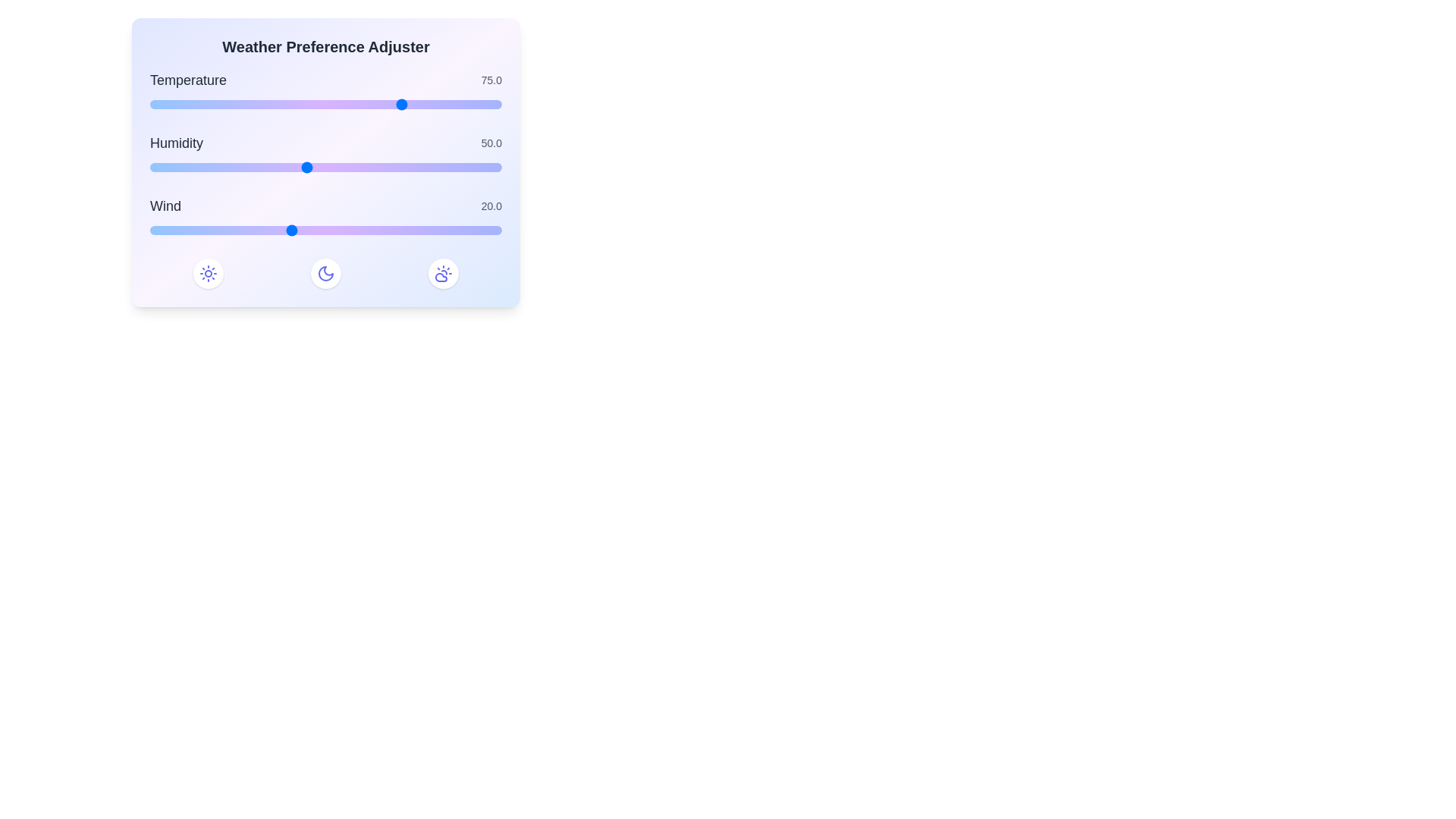 The image size is (1456, 819). I want to click on wind value, so click(466, 231).